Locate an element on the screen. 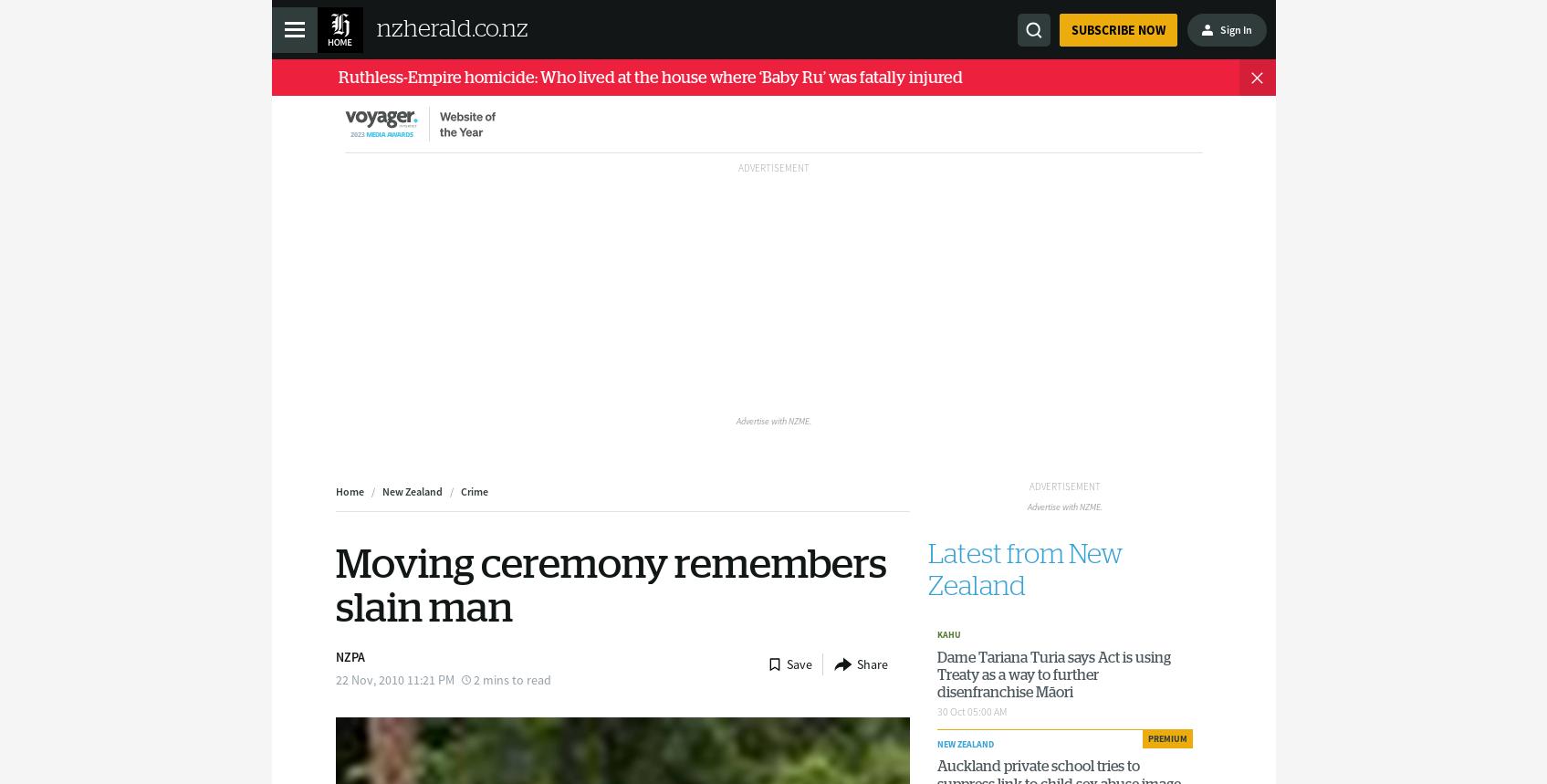 This screenshot has width=1547, height=784. '30 Oct 05:00 AM' is located at coordinates (971, 711).